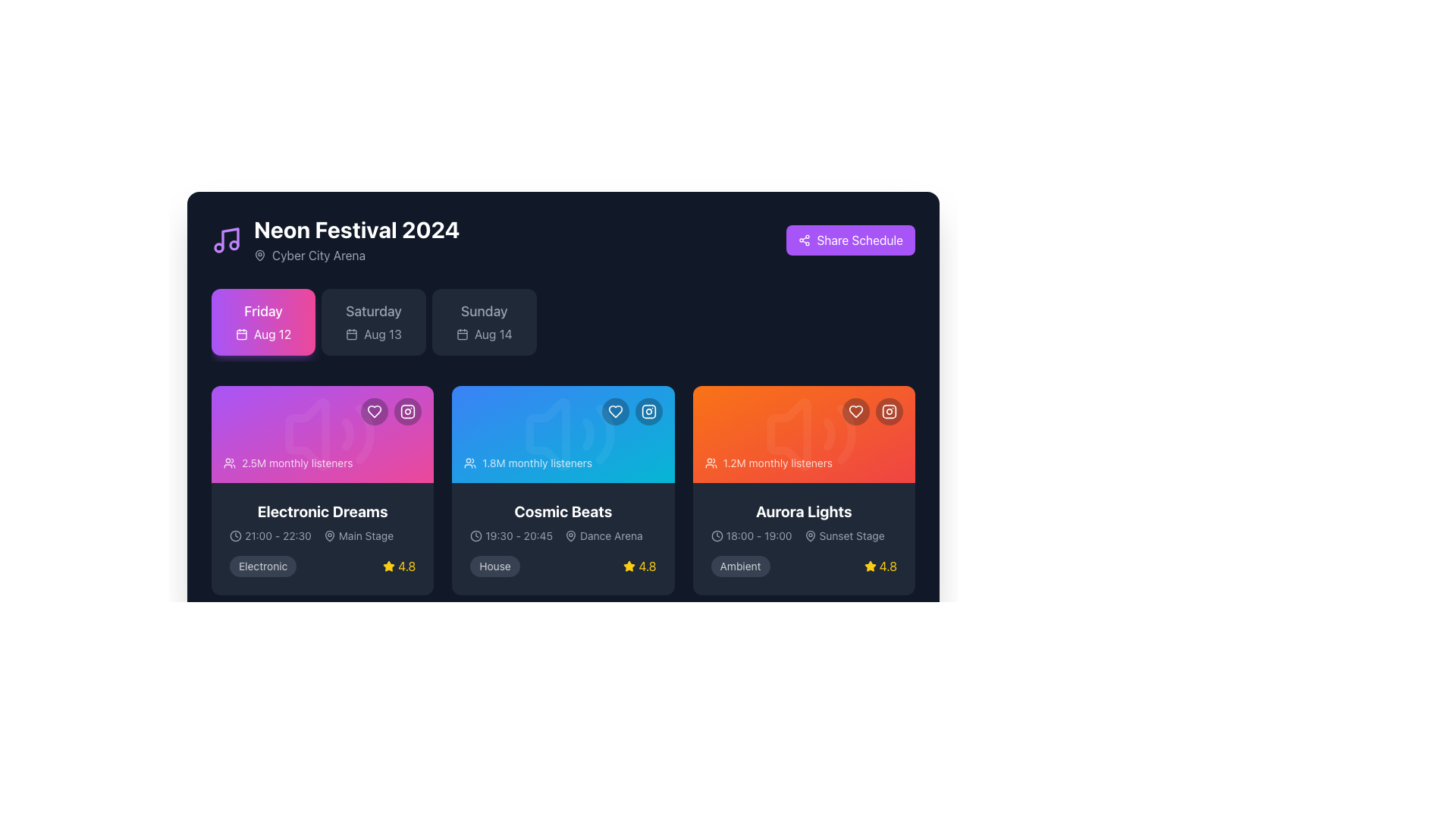 This screenshot has height=819, width=1456. I want to click on text of the label displaying 'Electronic Dreams', which is located at the bottom center of the first pink gradient tile in the grid, so click(322, 512).